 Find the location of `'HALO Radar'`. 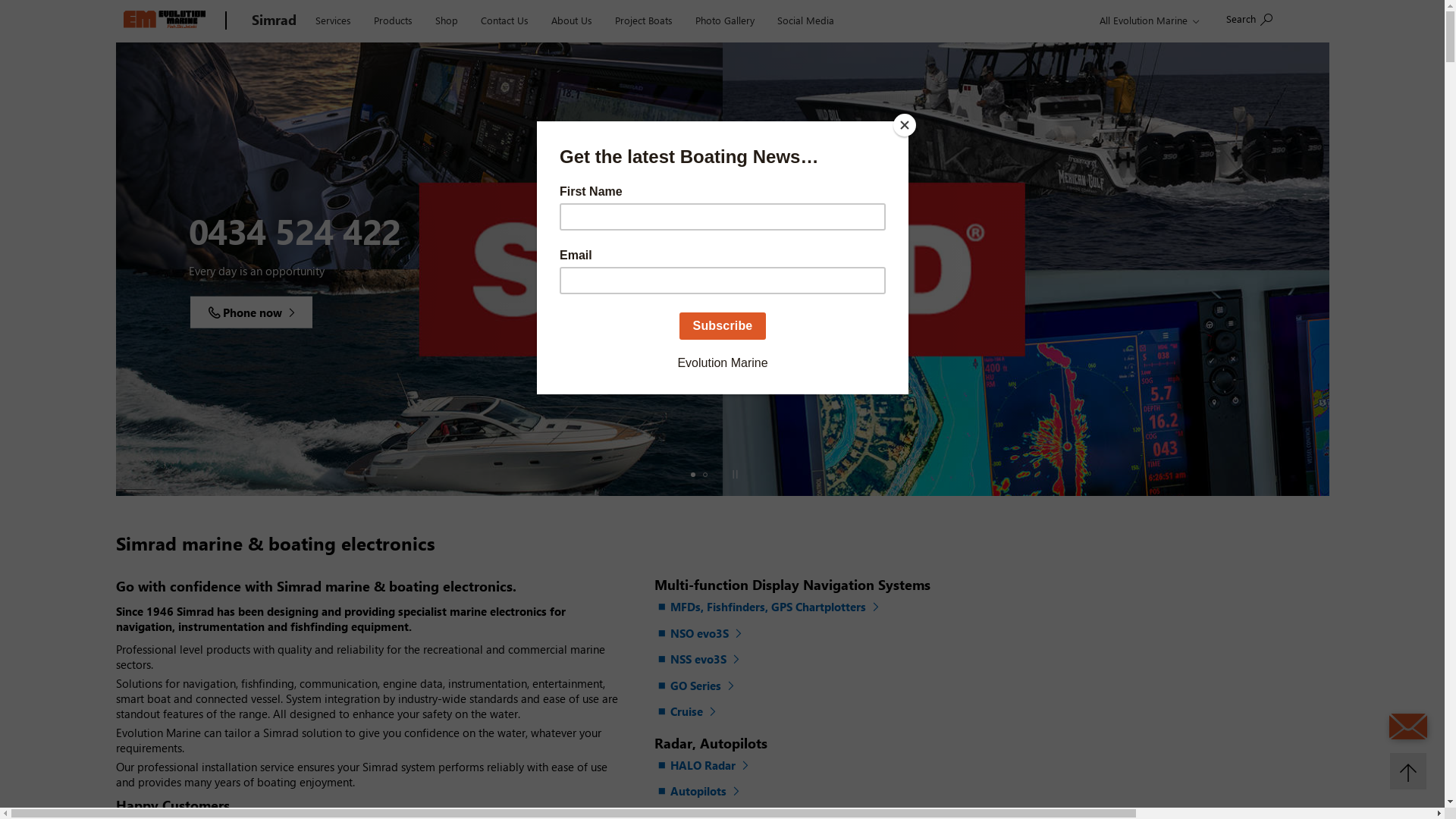

'HALO Radar' is located at coordinates (702, 766).